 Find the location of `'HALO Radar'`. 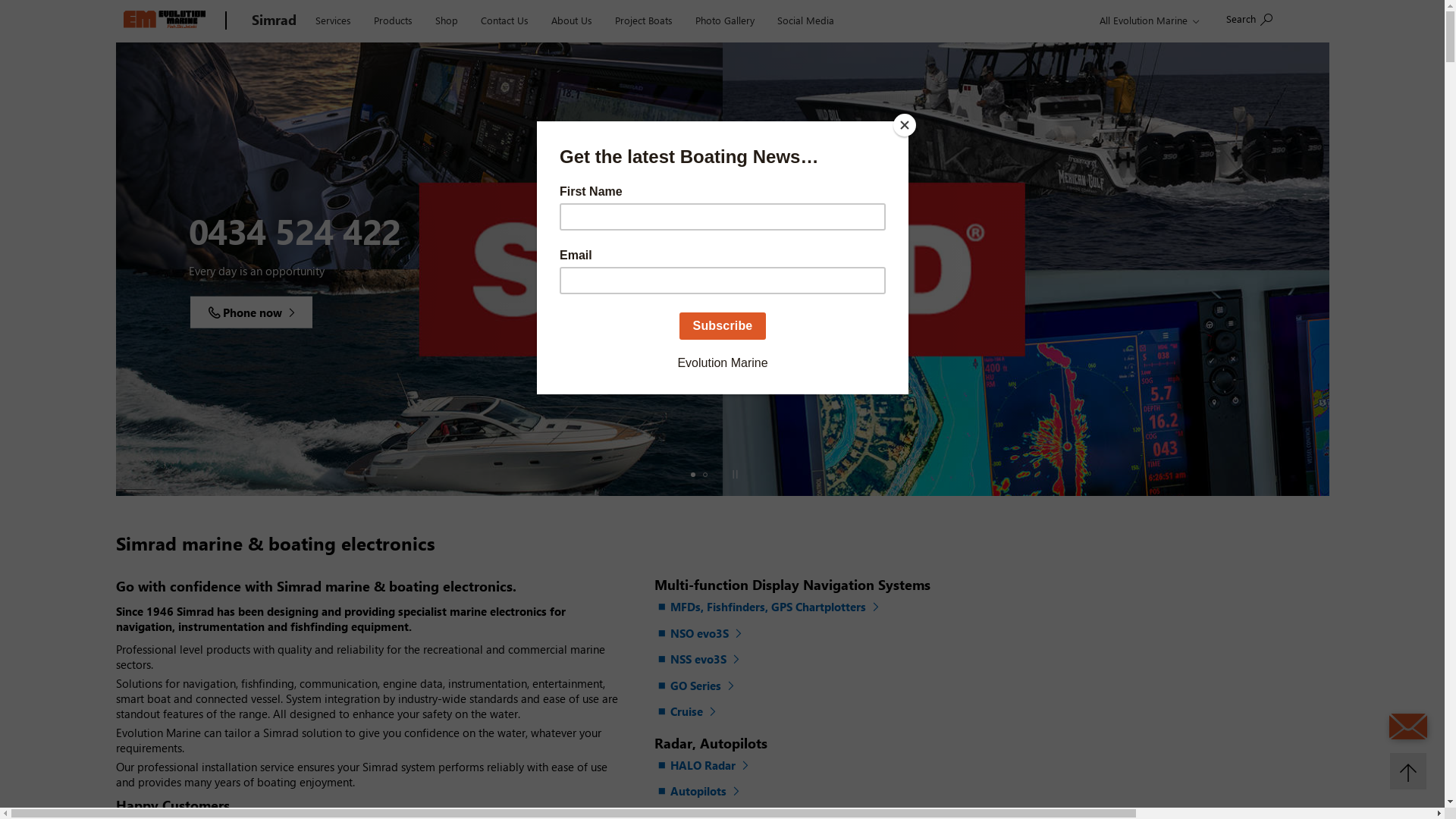

'HALO Radar' is located at coordinates (702, 766).